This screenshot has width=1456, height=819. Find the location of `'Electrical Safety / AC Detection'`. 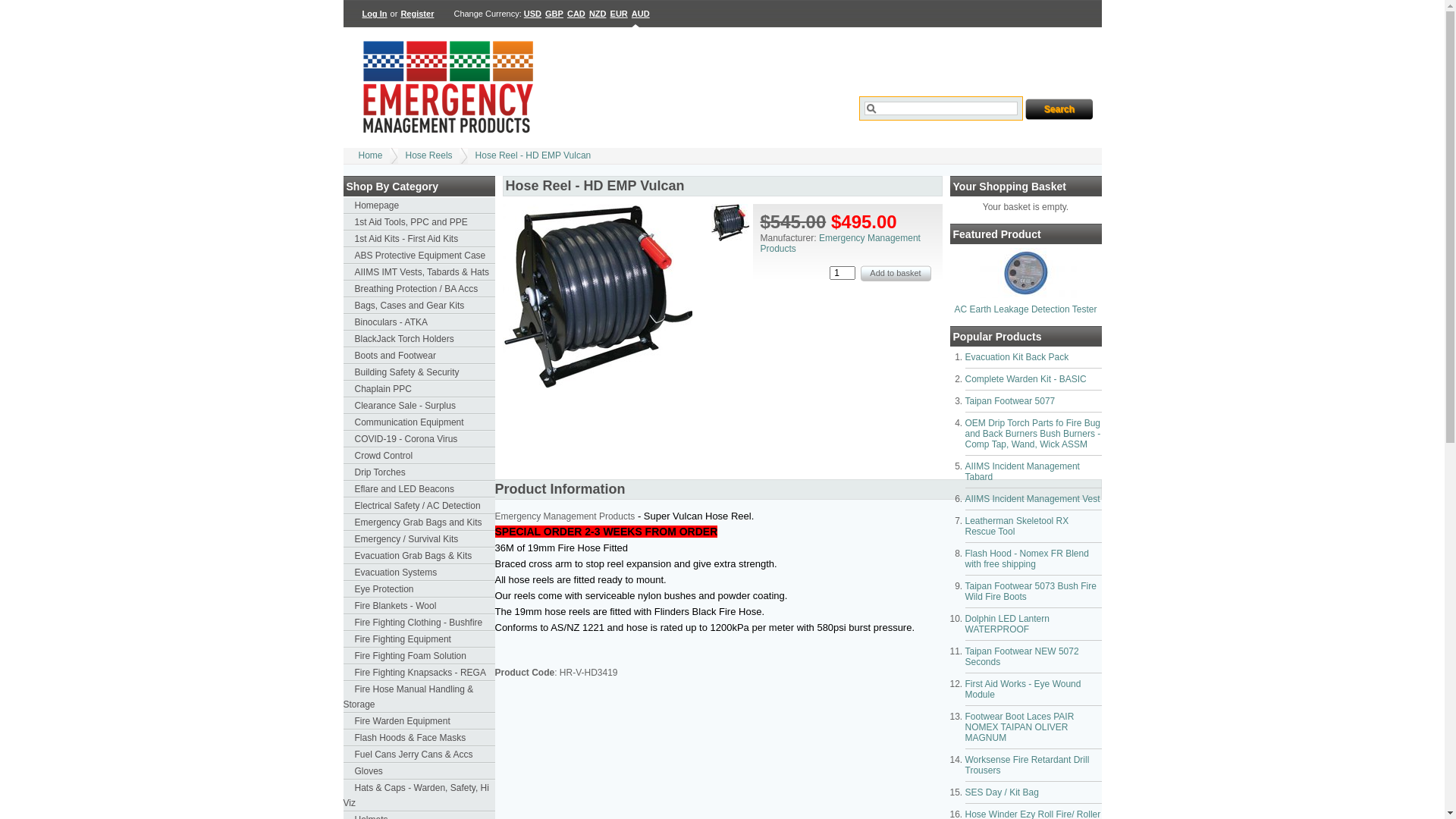

'Electrical Safety / AC Detection' is located at coordinates (419, 506).